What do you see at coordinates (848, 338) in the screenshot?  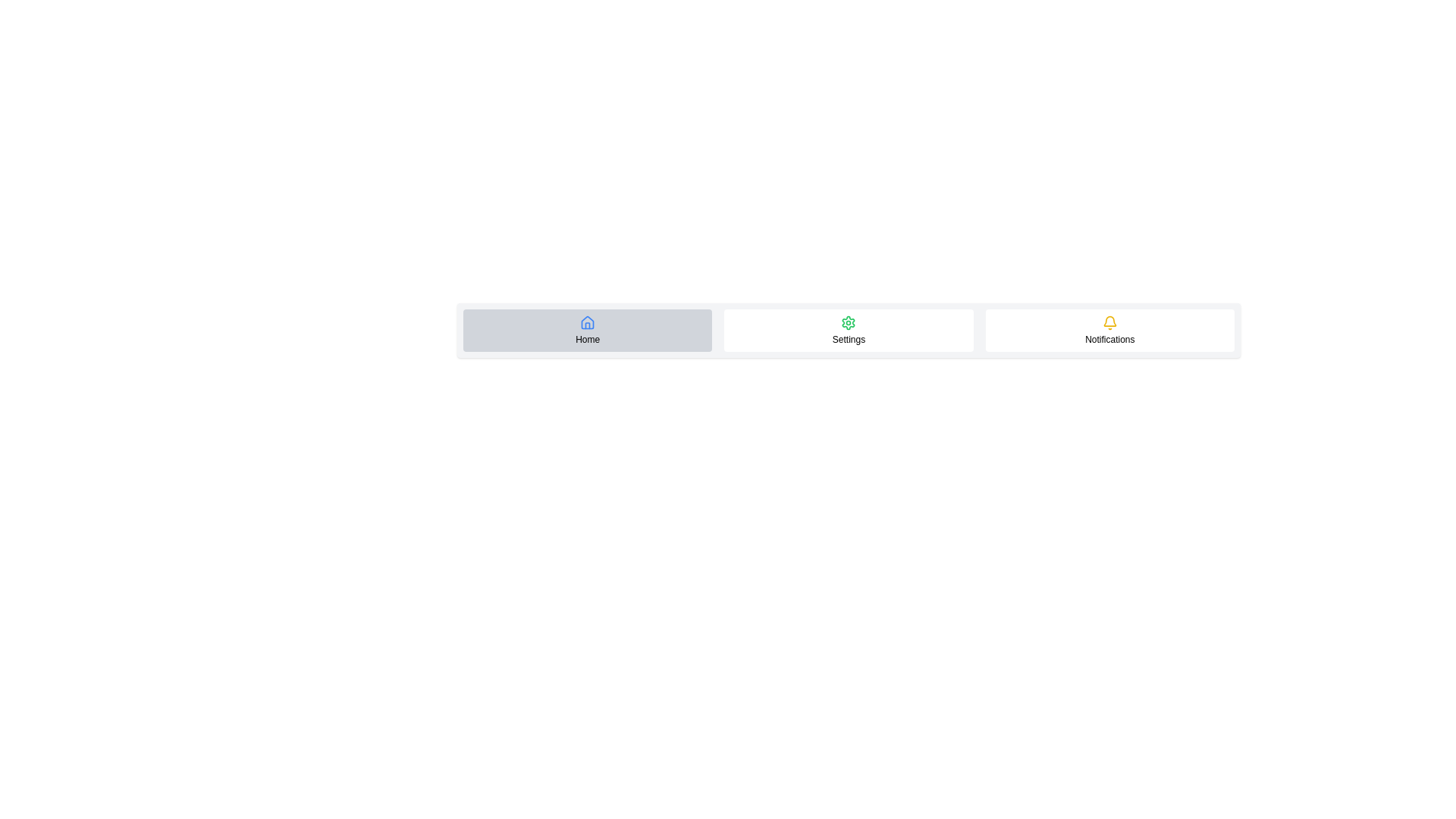 I see `the 'Settings' text label, which is displayed in a small font size and is centrally located below the settings gear icon` at bounding box center [848, 338].